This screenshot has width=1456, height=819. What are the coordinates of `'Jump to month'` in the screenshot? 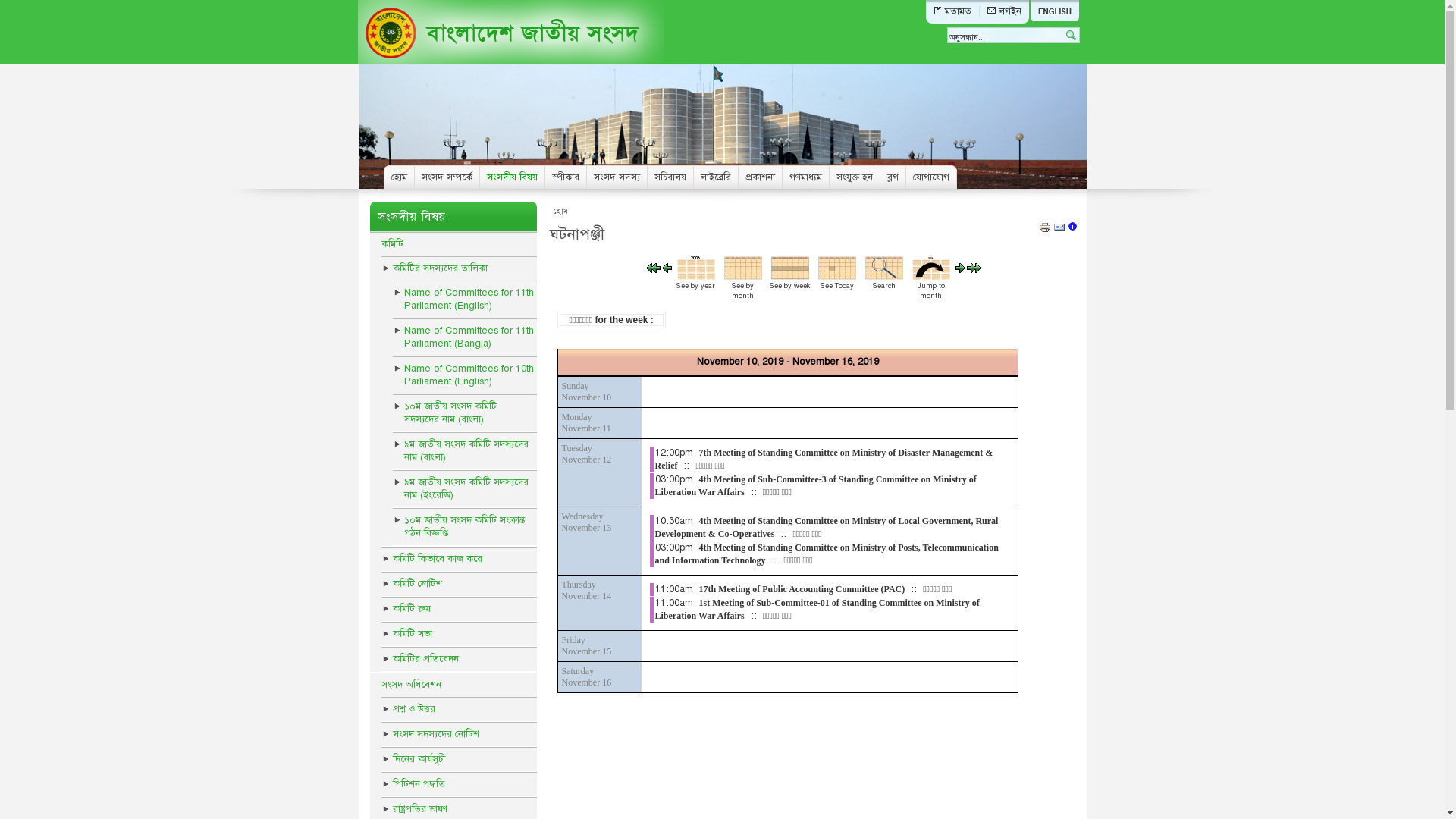 It's located at (912, 277).